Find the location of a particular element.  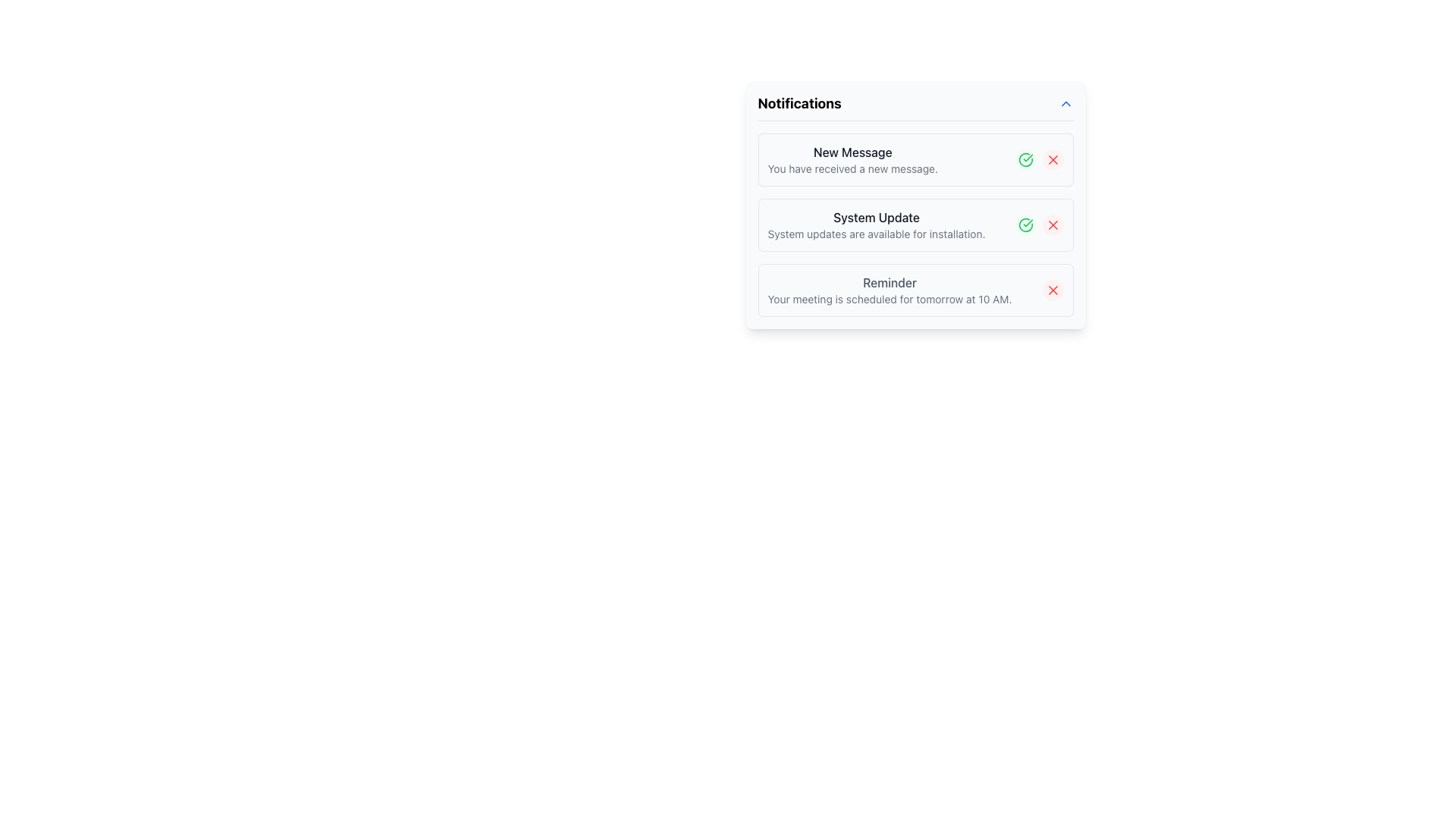

the small blue button with an upward-facing chevron icon located next to the 'Notifications' title in the header is located at coordinates (1065, 103).